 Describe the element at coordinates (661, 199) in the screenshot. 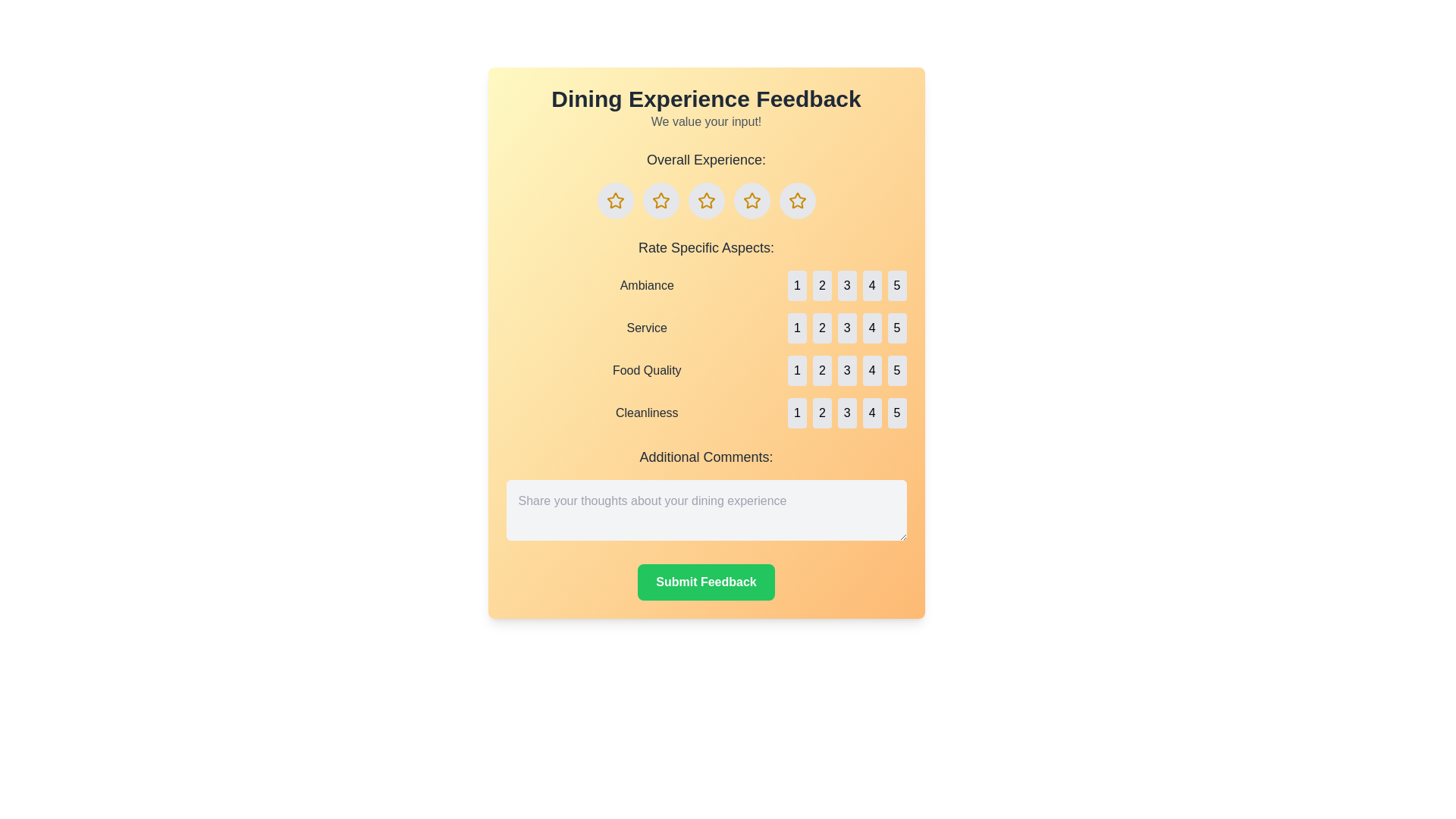

I see `the second star icon in the row of five stars labeled 'Overall Experience:'` at that location.